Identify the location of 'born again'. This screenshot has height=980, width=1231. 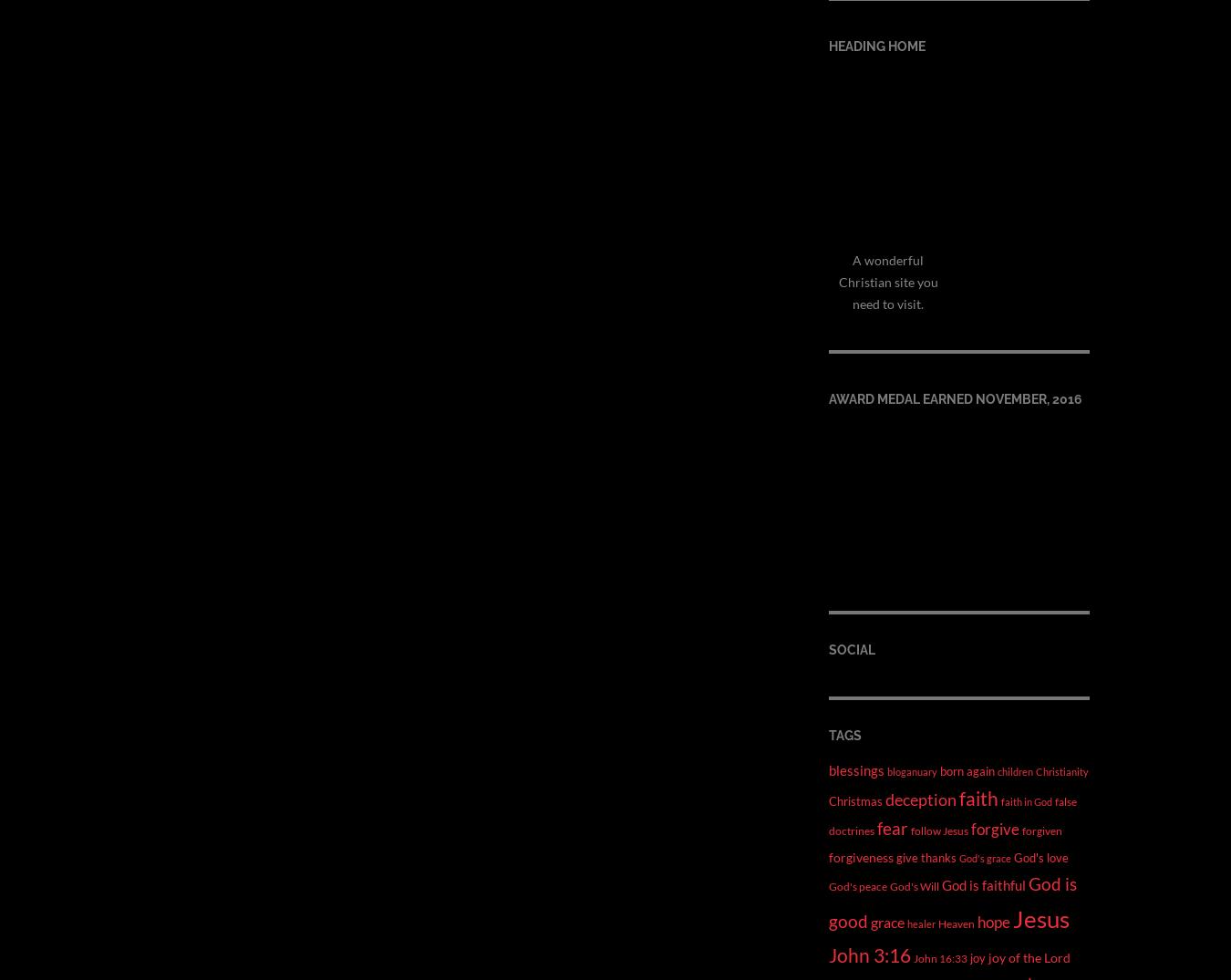
(967, 771).